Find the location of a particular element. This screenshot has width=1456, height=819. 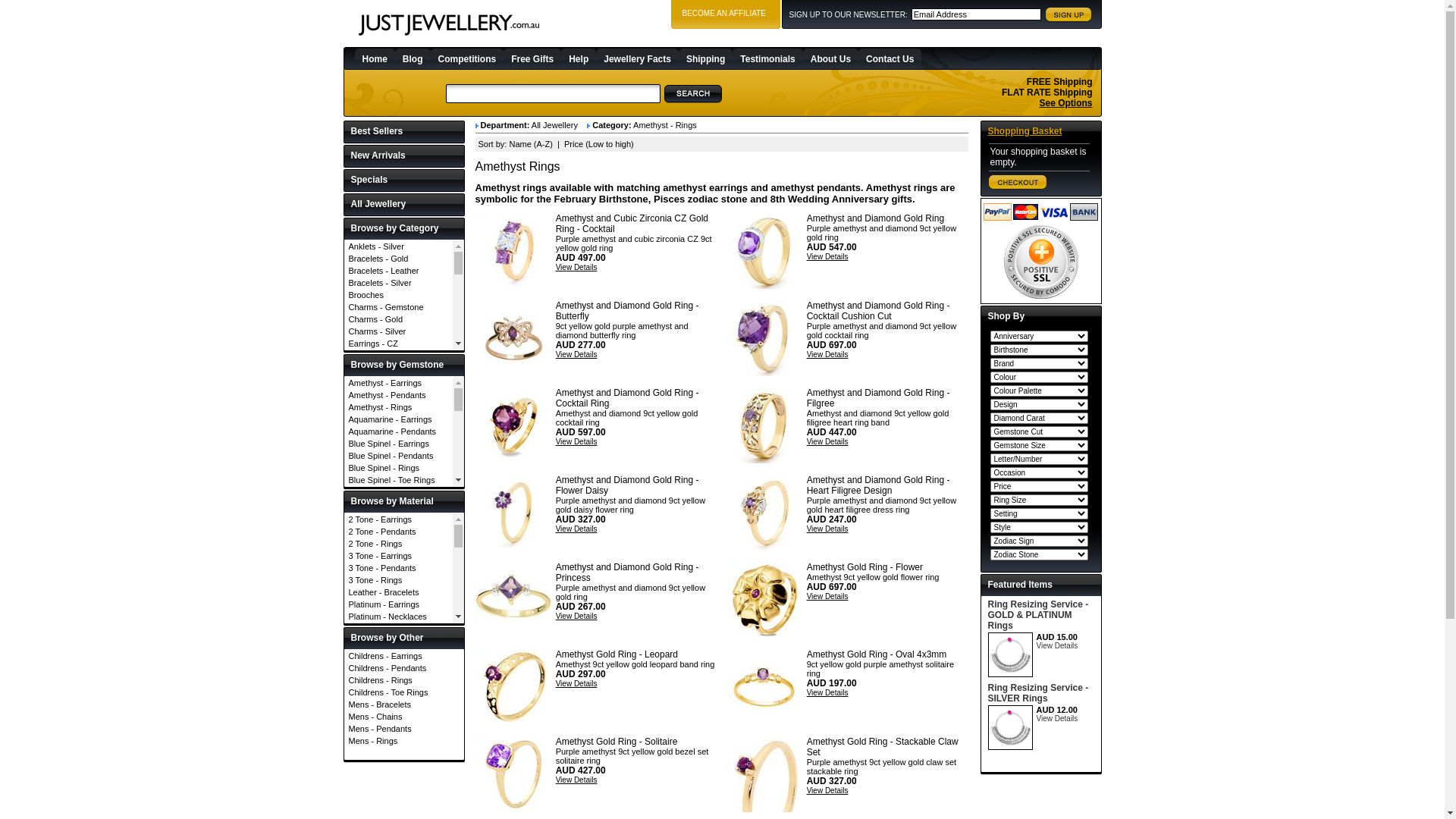

'About Us' is located at coordinates (830, 58).